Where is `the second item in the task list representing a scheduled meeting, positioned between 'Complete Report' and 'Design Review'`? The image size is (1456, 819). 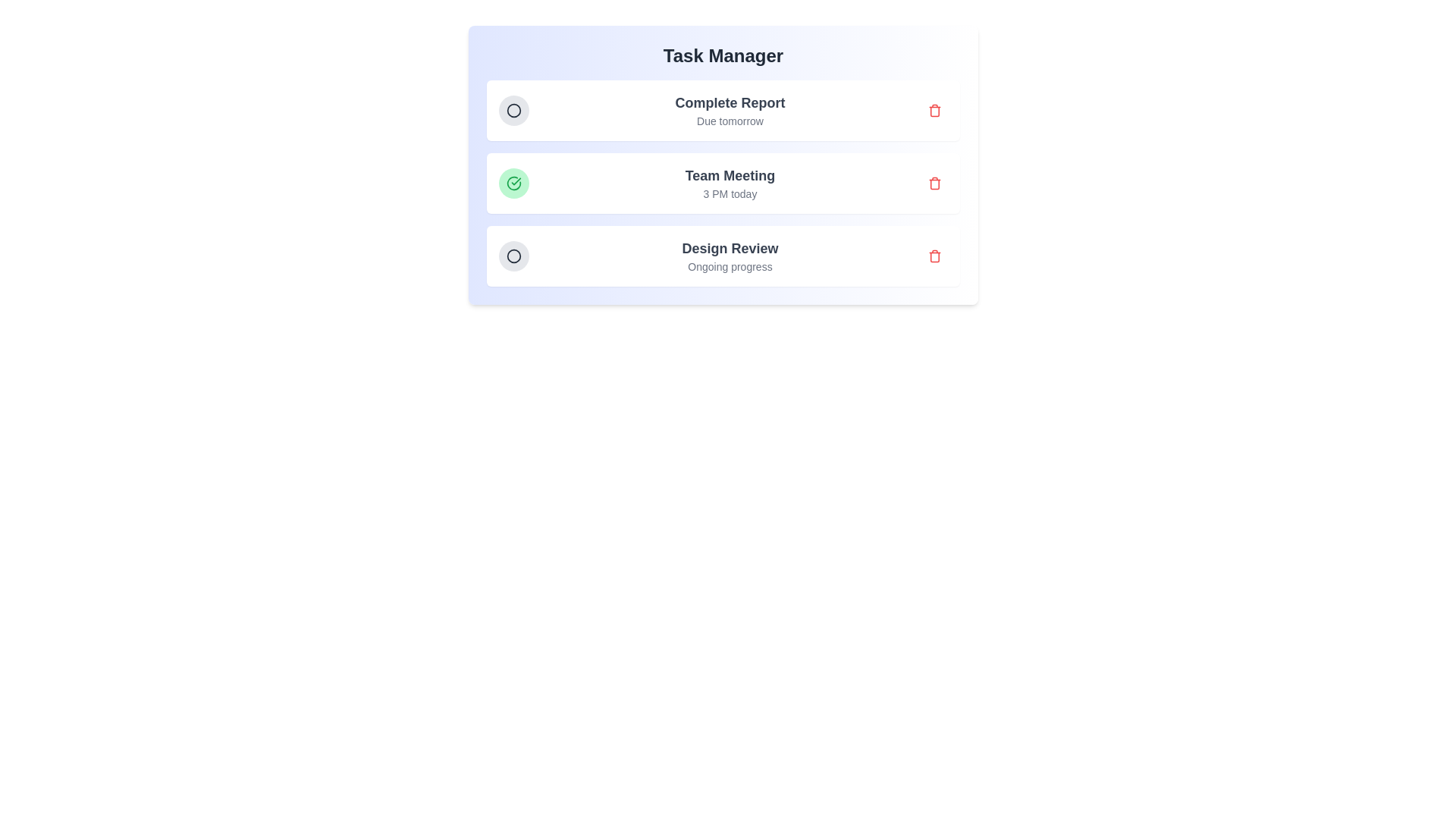 the second item in the task list representing a scheduled meeting, positioned between 'Complete Report' and 'Design Review' is located at coordinates (723, 183).